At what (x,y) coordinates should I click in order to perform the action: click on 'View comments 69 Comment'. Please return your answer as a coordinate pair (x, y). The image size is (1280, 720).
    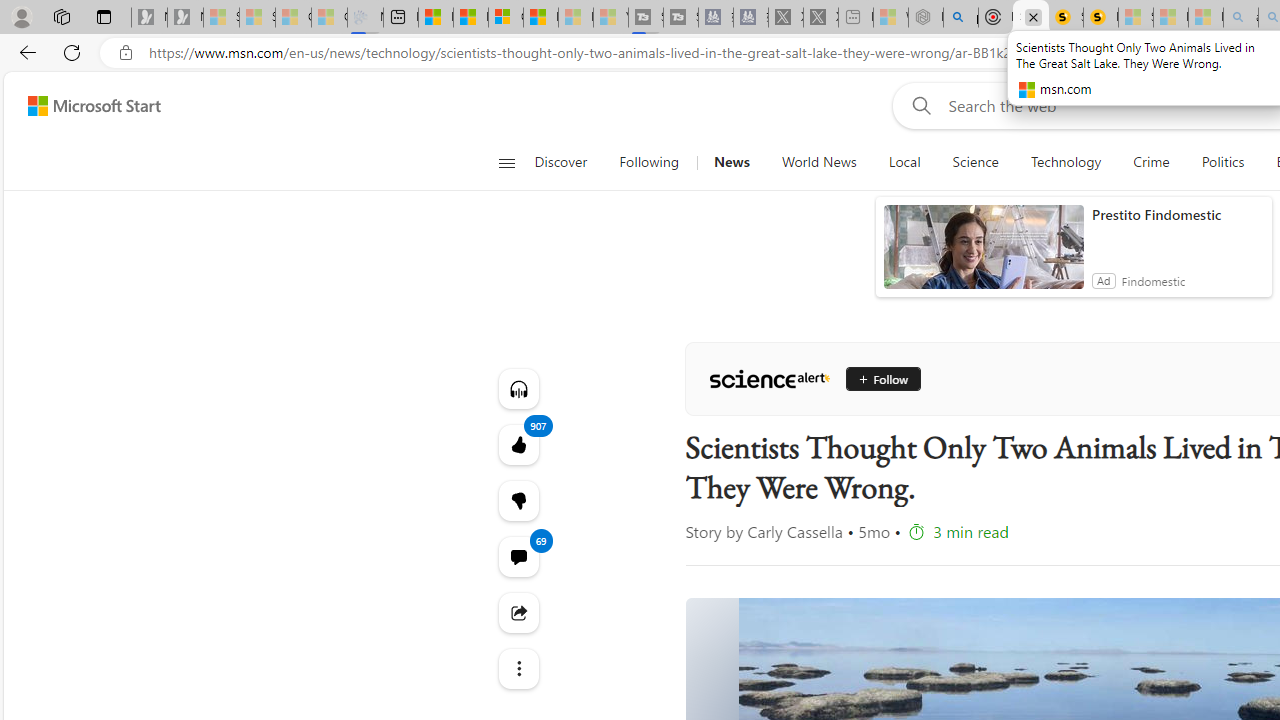
    Looking at the image, I should click on (518, 556).